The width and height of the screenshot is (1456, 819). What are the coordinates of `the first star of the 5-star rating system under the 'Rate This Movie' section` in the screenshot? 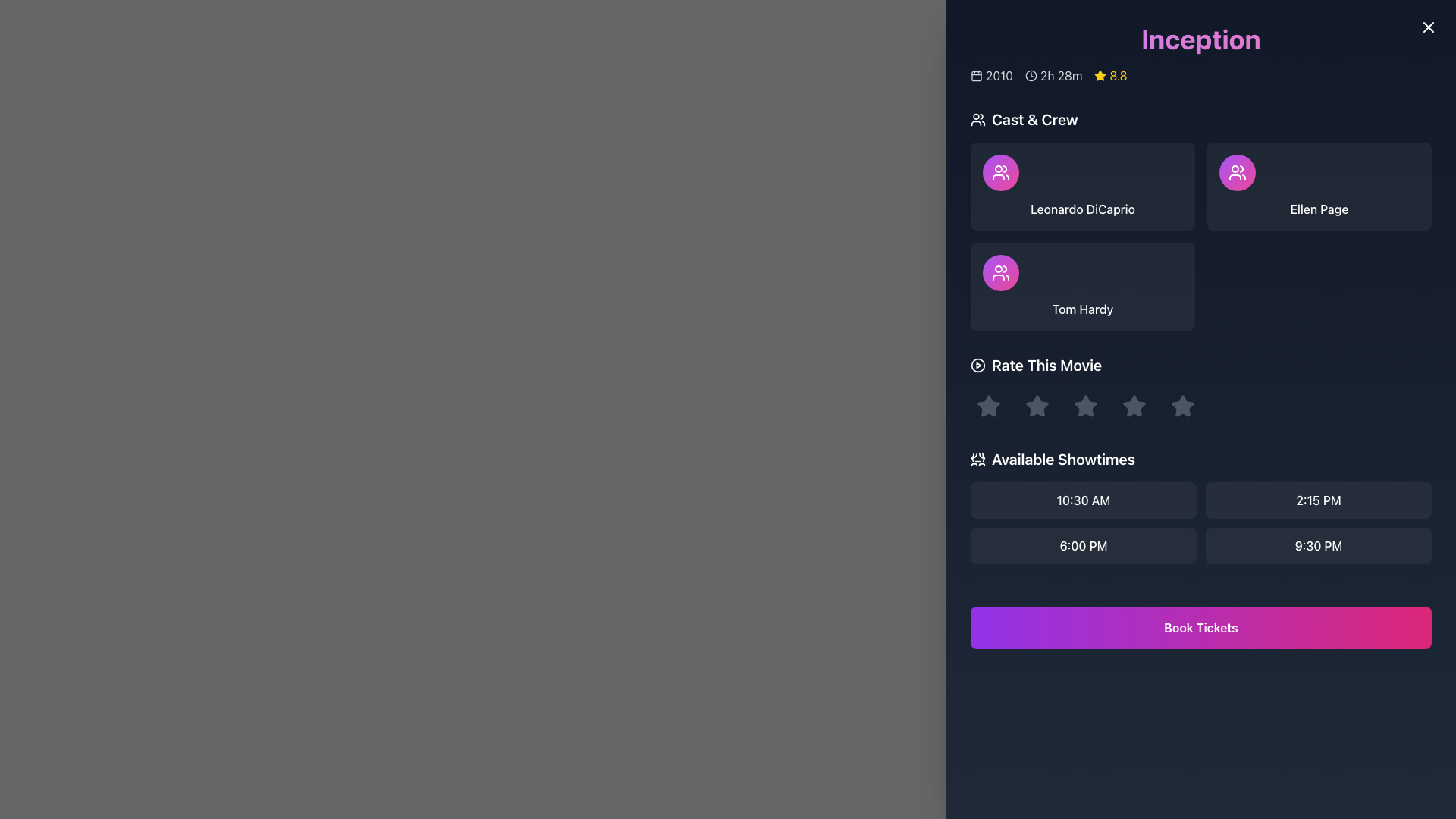 It's located at (989, 406).